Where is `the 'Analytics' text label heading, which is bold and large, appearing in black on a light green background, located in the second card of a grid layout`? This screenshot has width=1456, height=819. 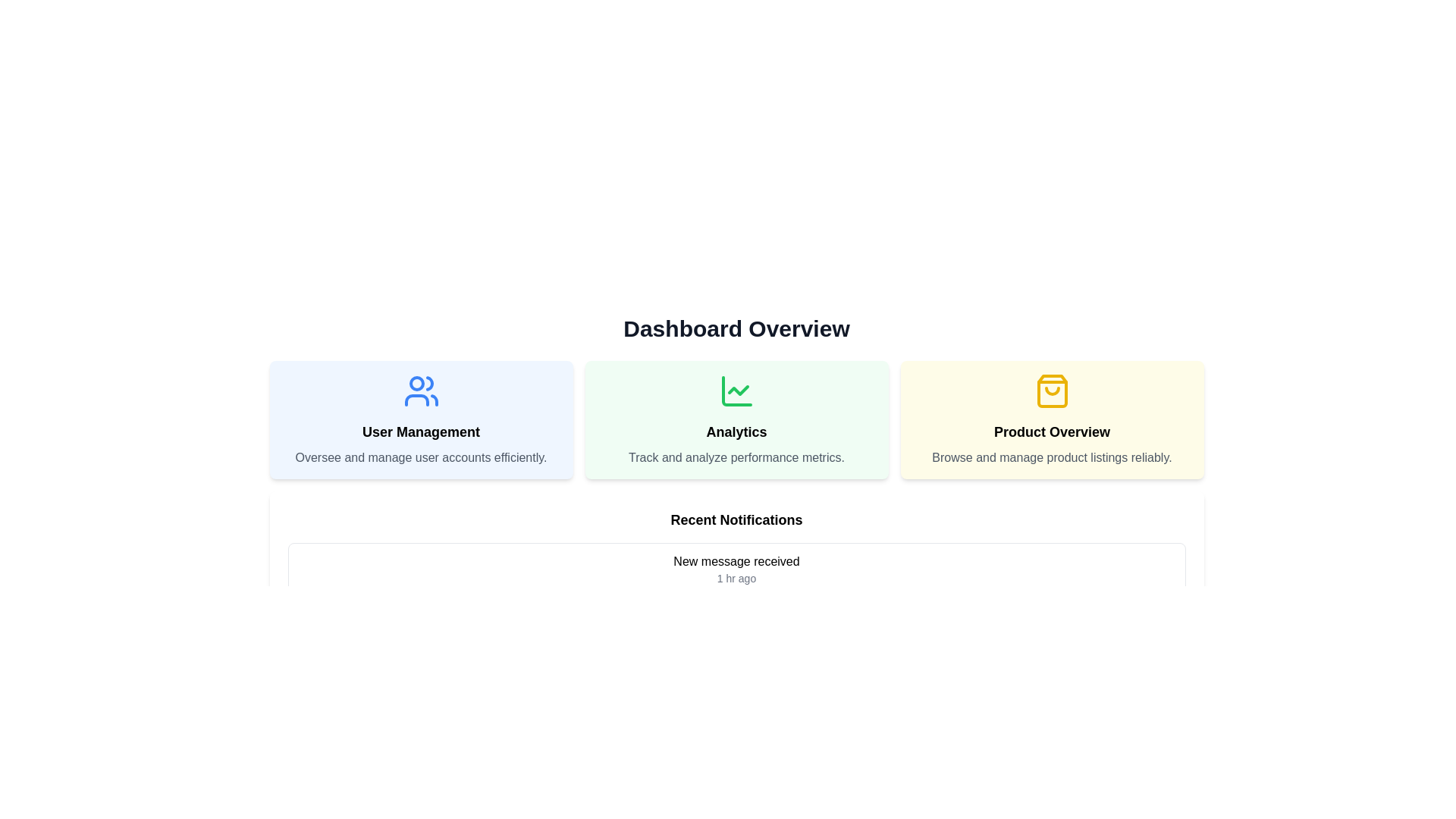 the 'Analytics' text label heading, which is bold and large, appearing in black on a light green background, located in the second card of a grid layout is located at coordinates (736, 432).